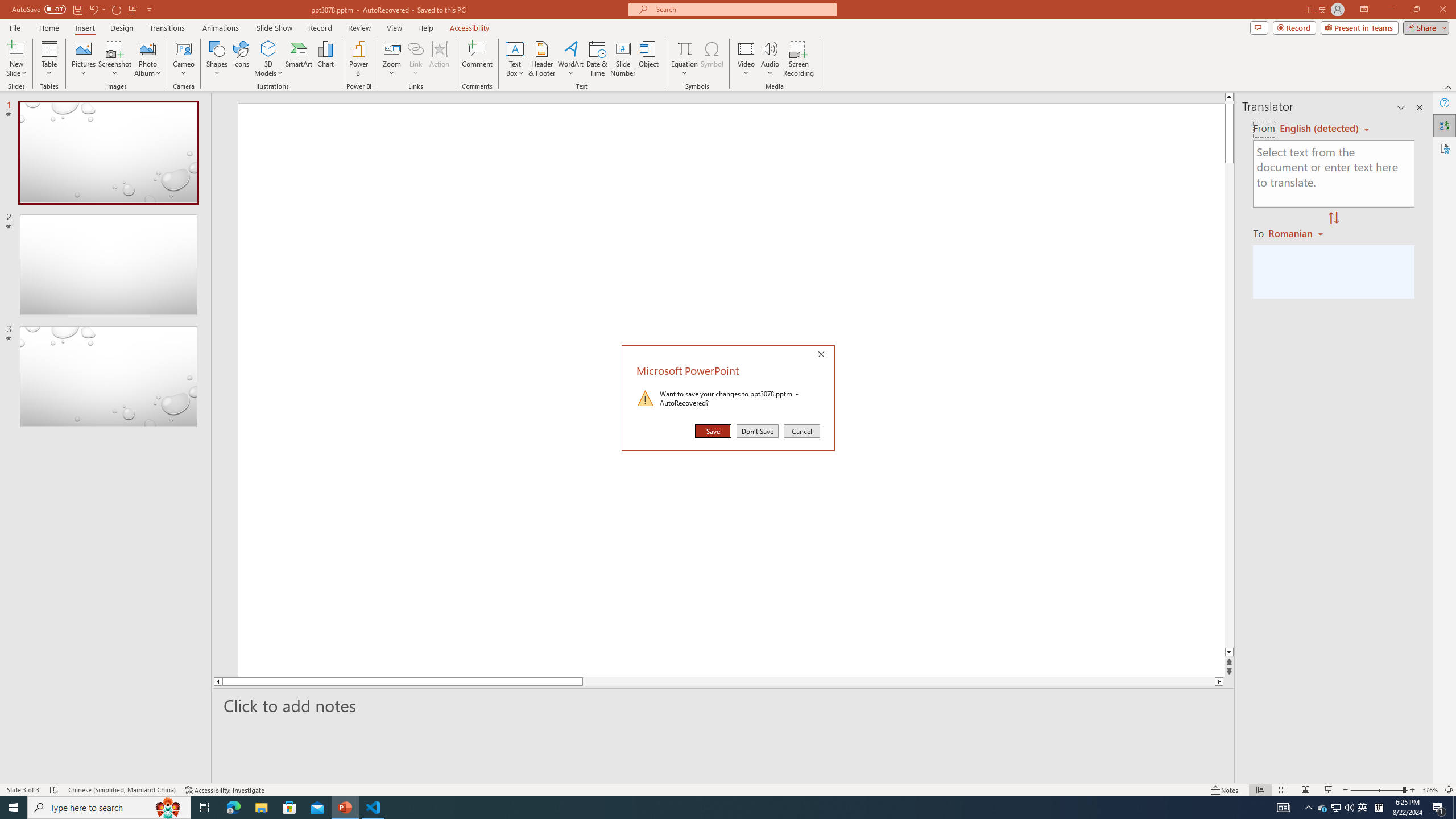  I want to click on 'SmartArt...', so click(299, 59).